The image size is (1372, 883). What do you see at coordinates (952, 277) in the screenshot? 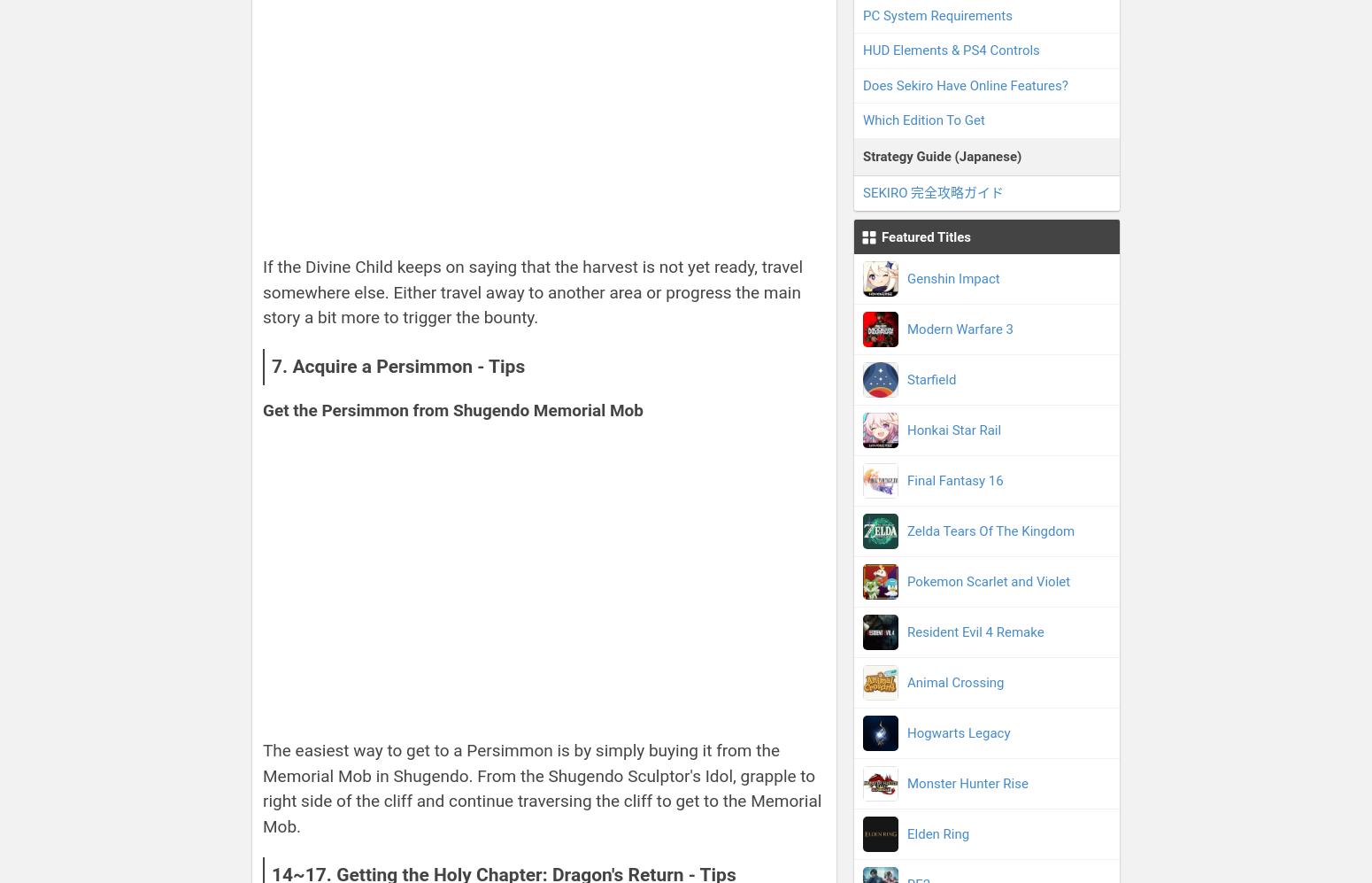
I see `'Genshin Impact'` at bounding box center [952, 277].